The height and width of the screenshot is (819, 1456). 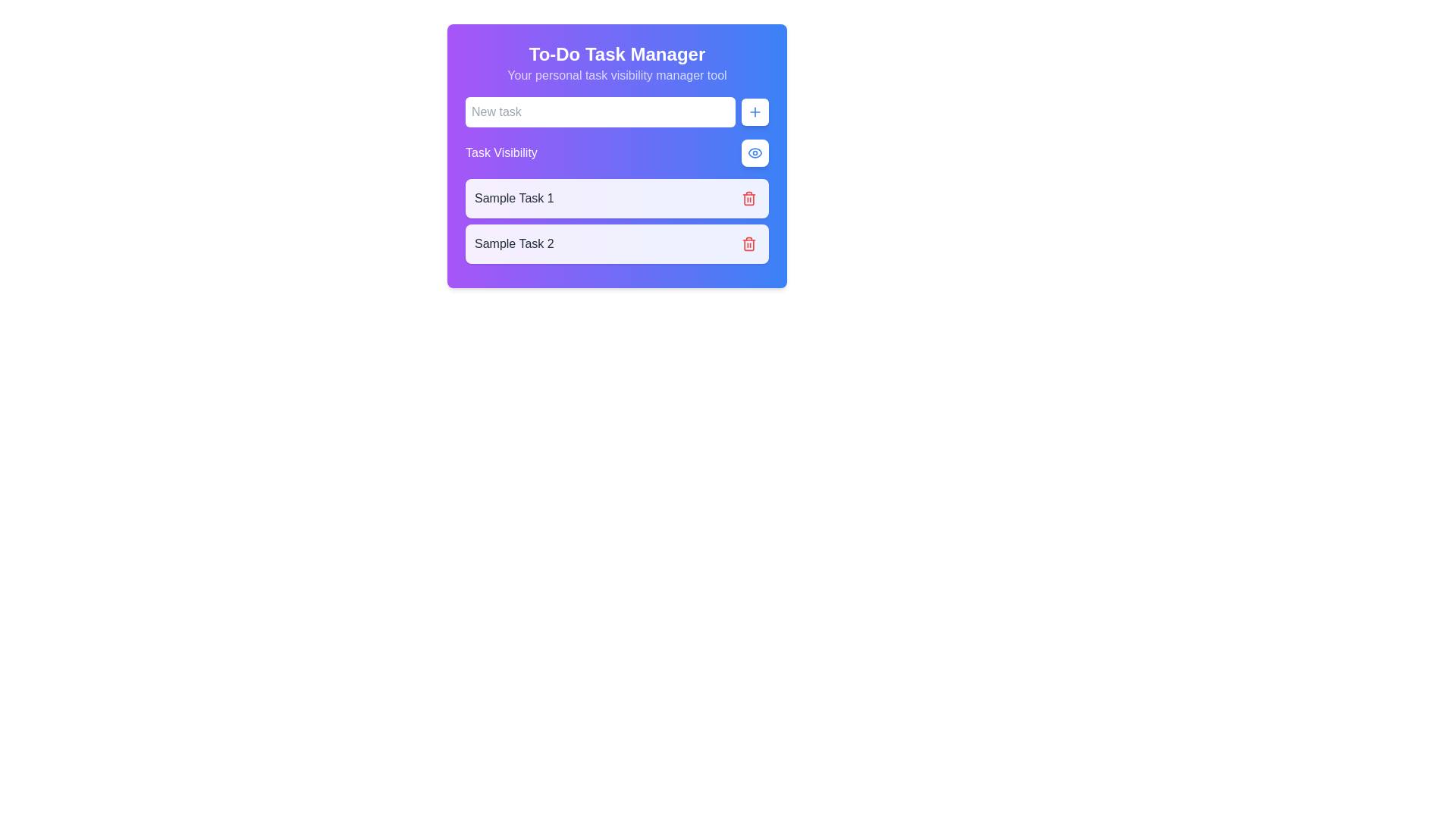 What do you see at coordinates (749, 243) in the screenshot?
I see `the red trash bin icon button located in the 'Sample Task 2' section` at bounding box center [749, 243].